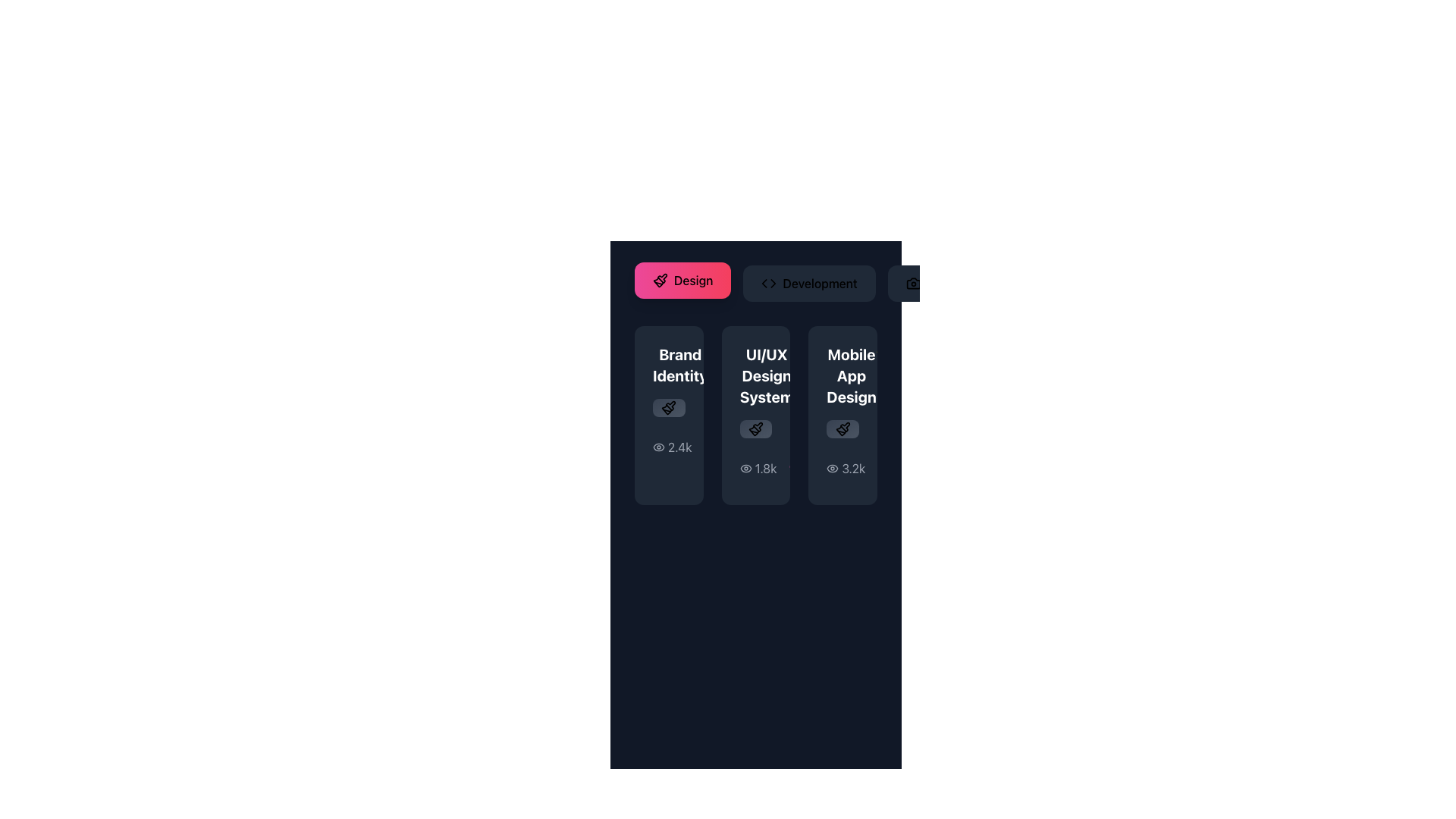 This screenshot has height=819, width=1456. What do you see at coordinates (668, 403) in the screenshot?
I see `the decorative badge displaying a numerical value associated with 'Brand Identity', located in the first column under the main title` at bounding box center [668, 403].